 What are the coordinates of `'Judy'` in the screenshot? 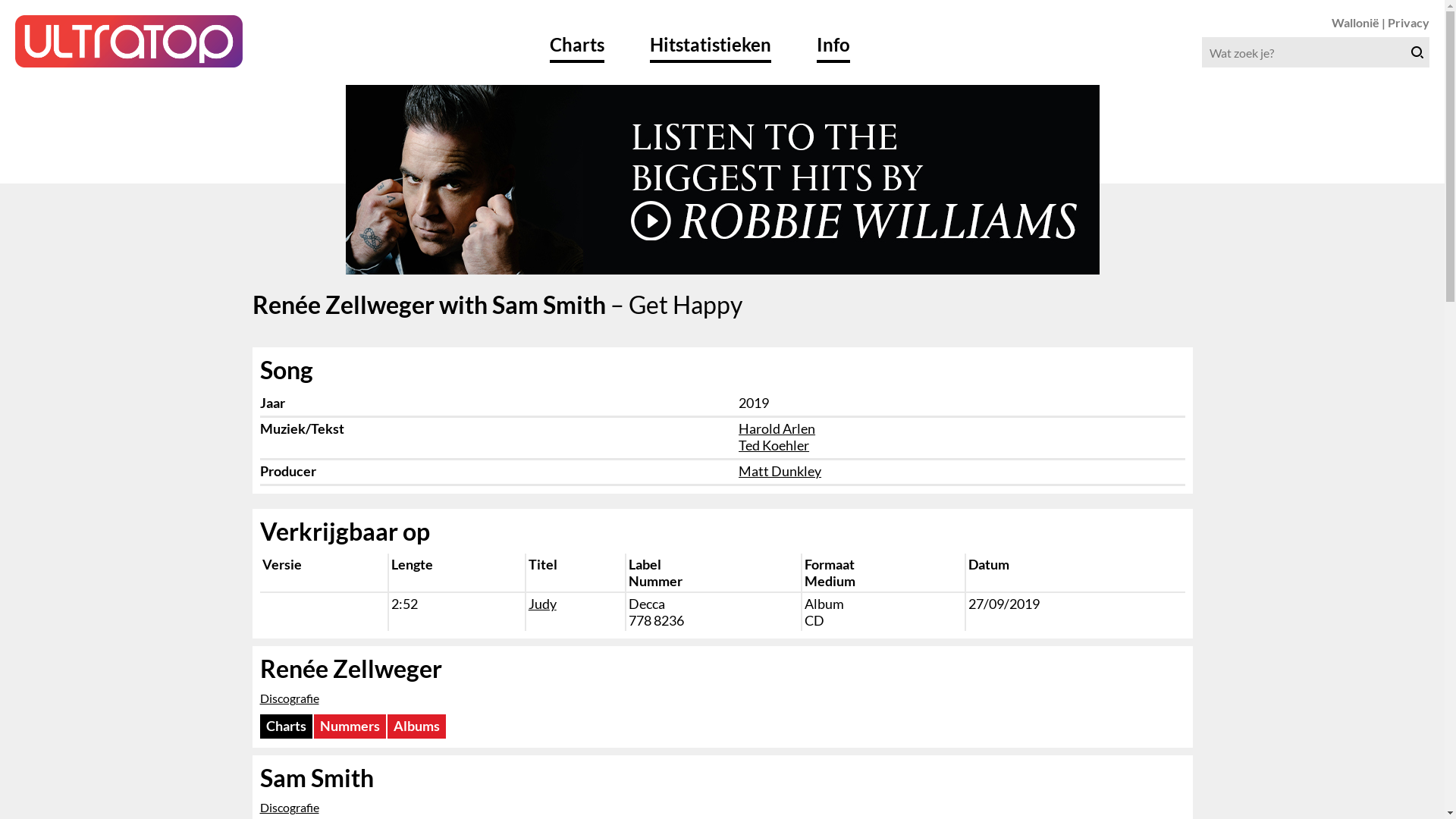 It's located at (542, 602).